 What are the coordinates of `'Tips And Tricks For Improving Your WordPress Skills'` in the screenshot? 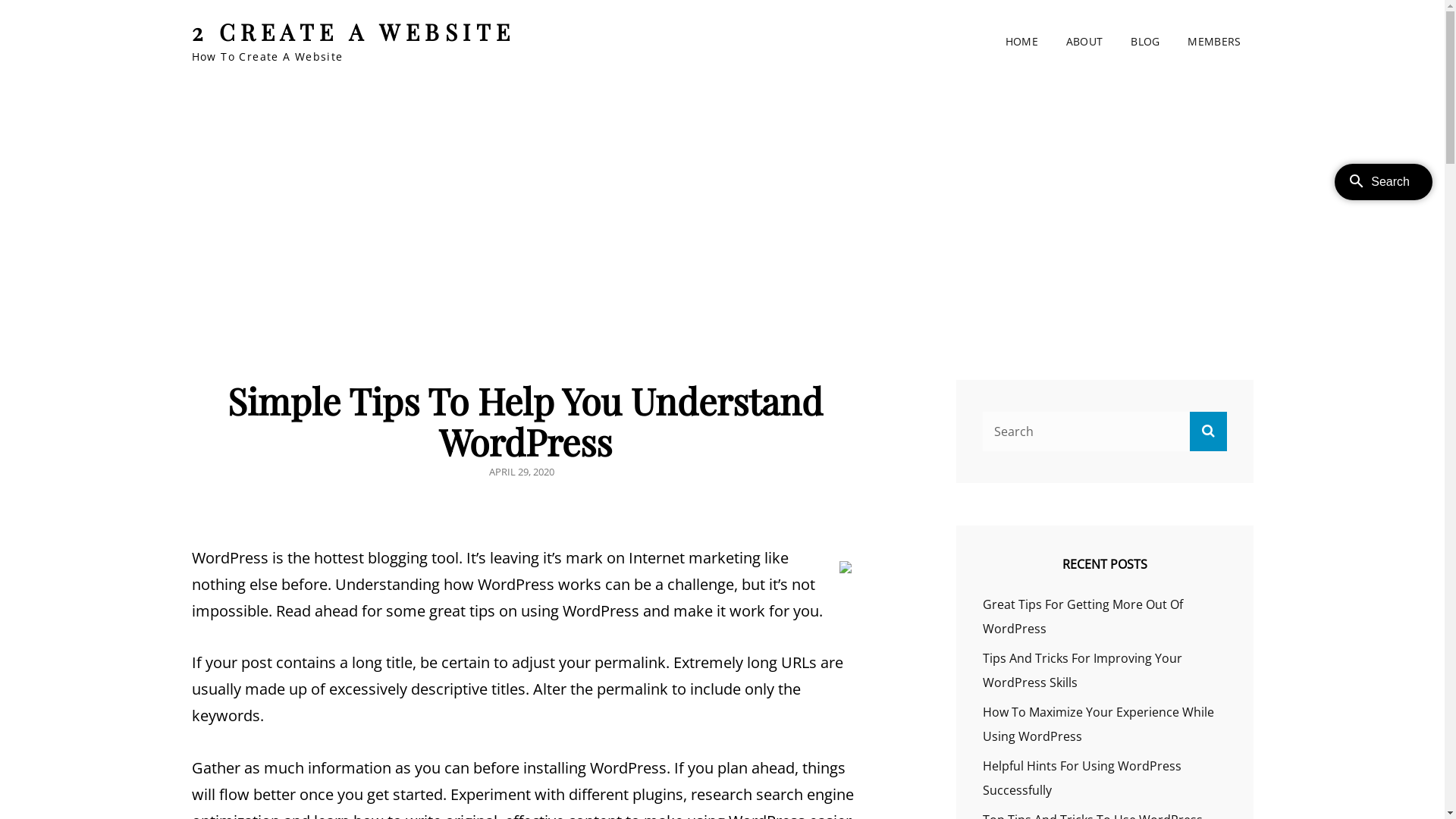 It's located at (1081, 669).